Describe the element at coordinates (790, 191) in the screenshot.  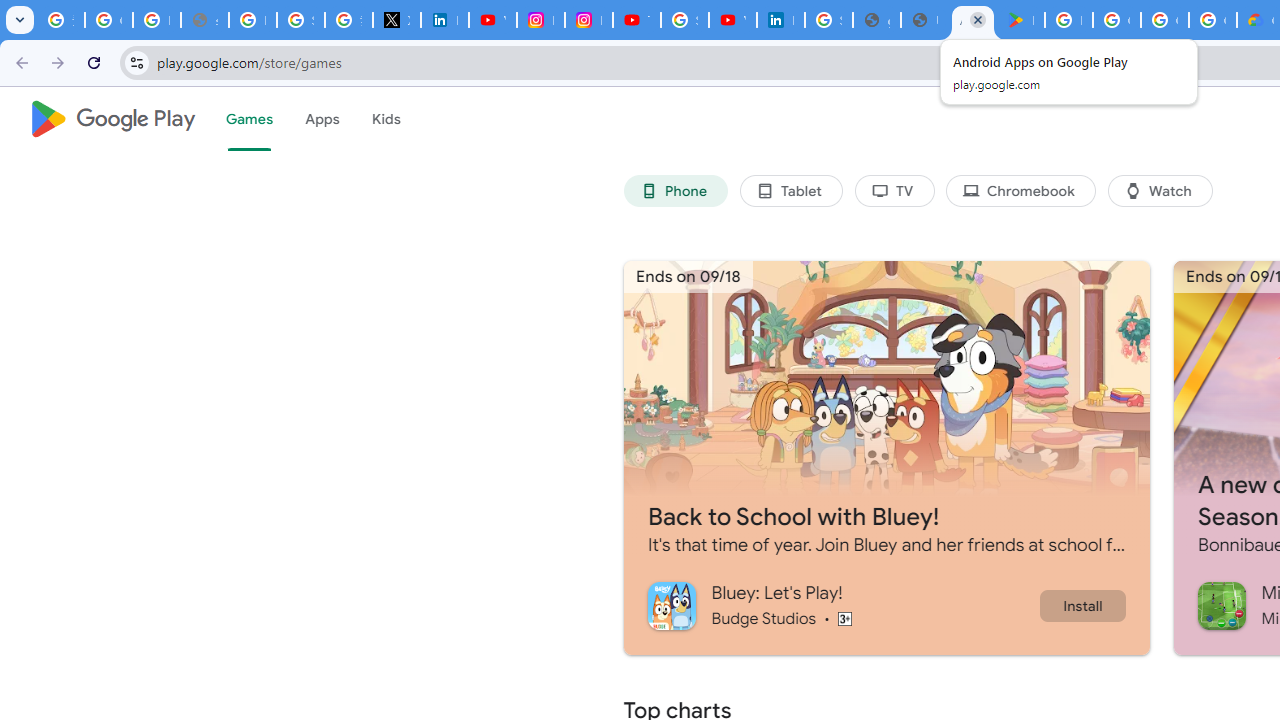
I see `'Tablet'` at that location.